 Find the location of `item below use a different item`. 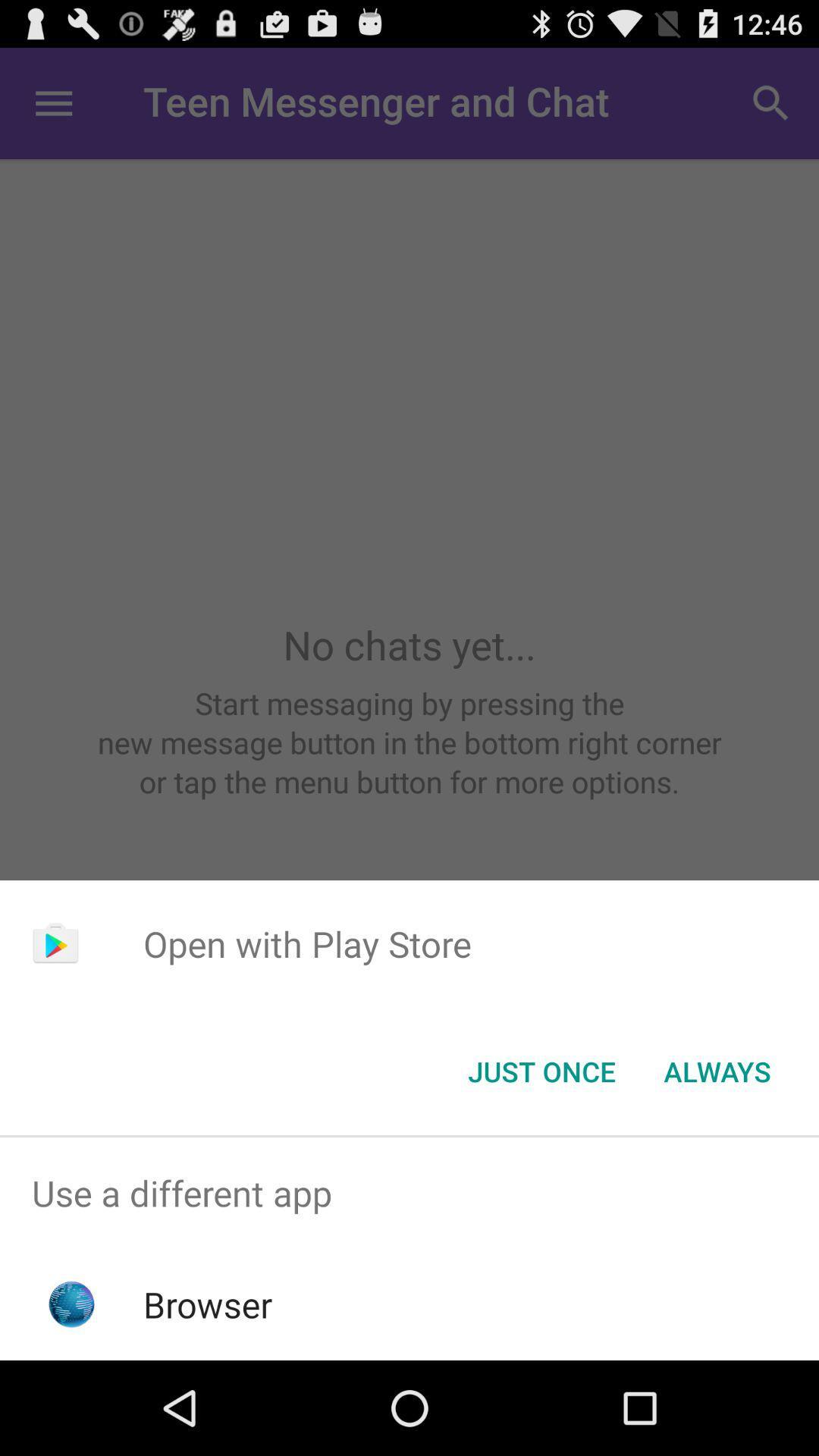

item below use a different item is located at coordinates (208, 1304).